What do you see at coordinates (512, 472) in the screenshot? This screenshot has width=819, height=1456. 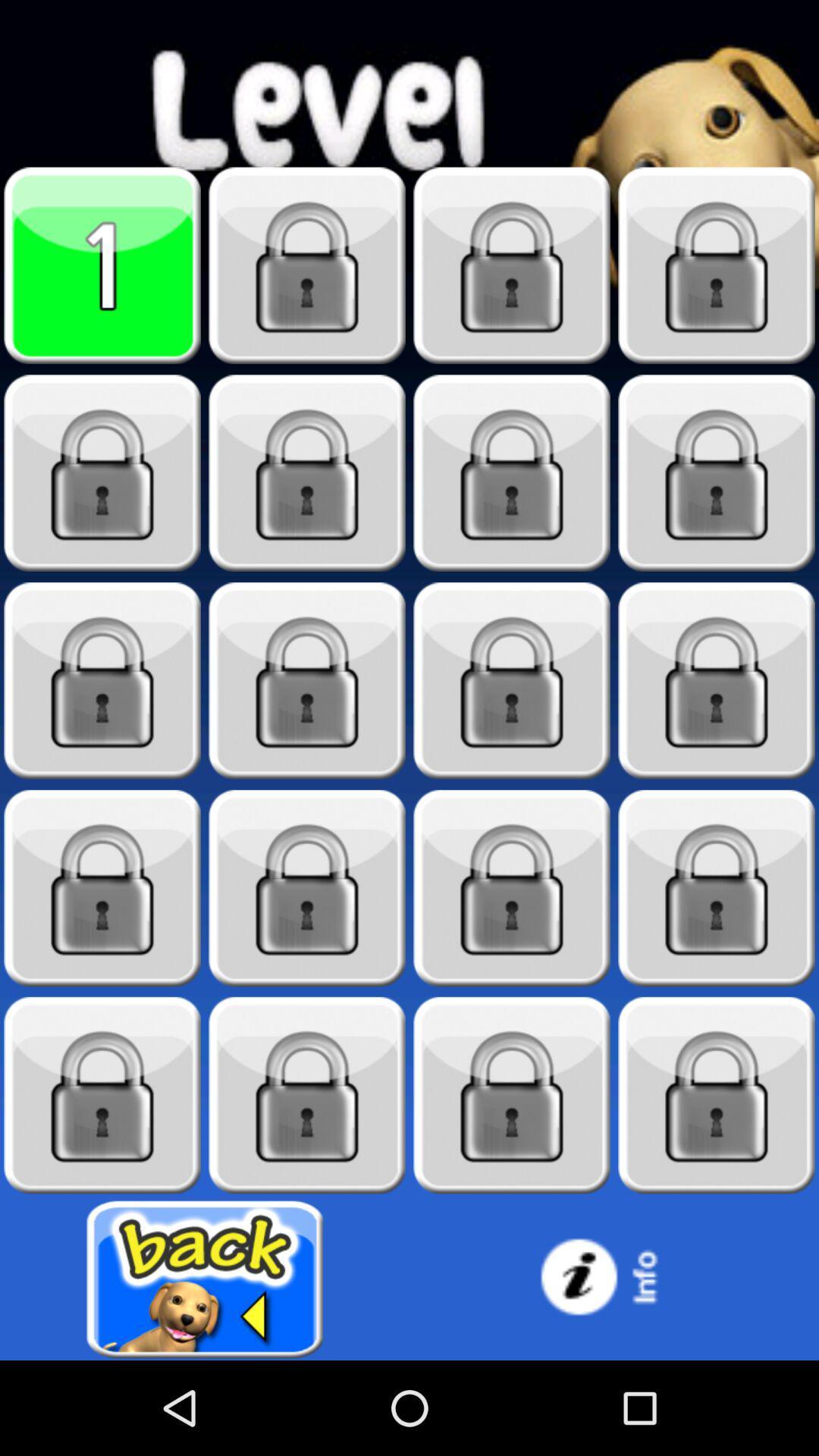 I see `click for the level` at bounding box center [512, 472].